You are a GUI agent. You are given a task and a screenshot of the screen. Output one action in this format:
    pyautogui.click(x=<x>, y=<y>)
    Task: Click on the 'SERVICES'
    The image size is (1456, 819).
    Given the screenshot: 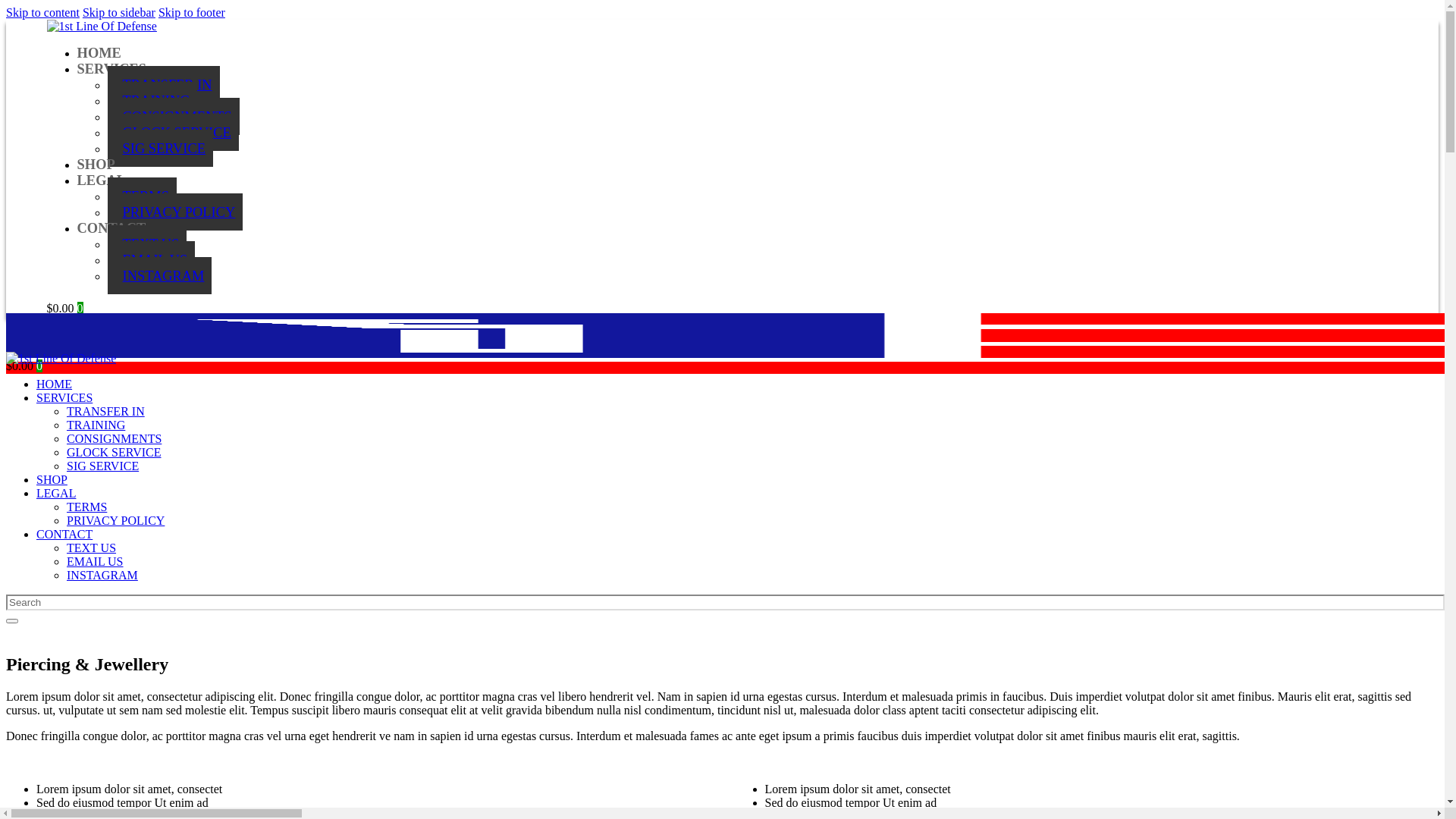 What is the action you would take?
    pyautogui.click(x=76, y=69)
    